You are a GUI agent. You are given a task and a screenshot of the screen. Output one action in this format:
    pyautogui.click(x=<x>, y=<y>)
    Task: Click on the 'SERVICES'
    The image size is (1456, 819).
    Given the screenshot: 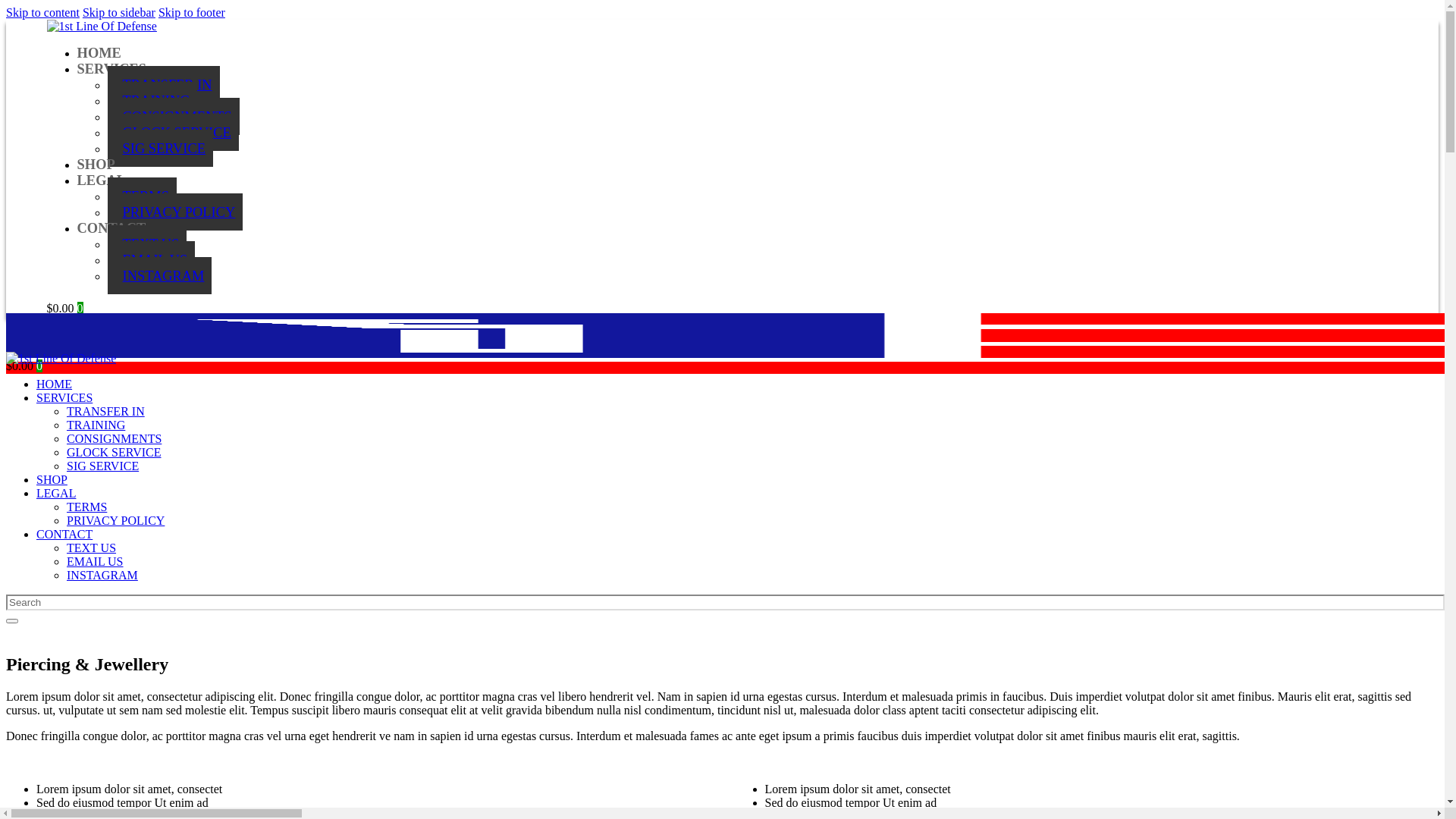 What is the action you would take?
    pyautogui.click(x=76, y=69)
    